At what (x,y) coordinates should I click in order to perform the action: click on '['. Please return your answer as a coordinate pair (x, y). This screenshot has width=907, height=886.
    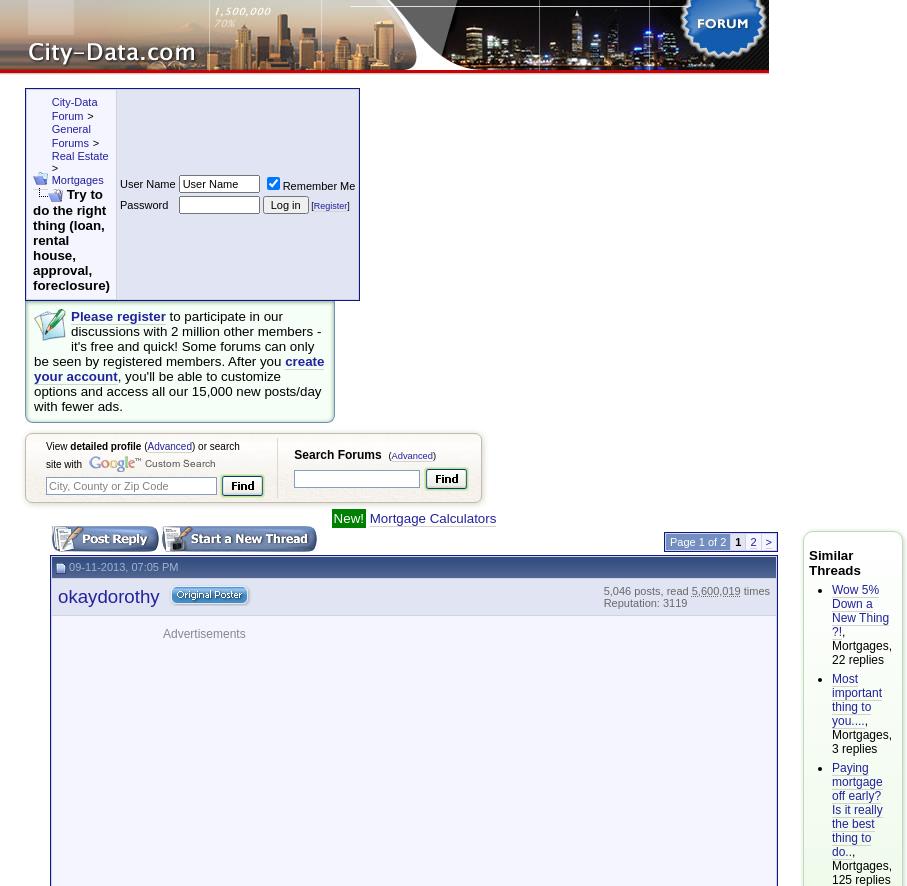
    Looking at the image, I should click on (310, 205).